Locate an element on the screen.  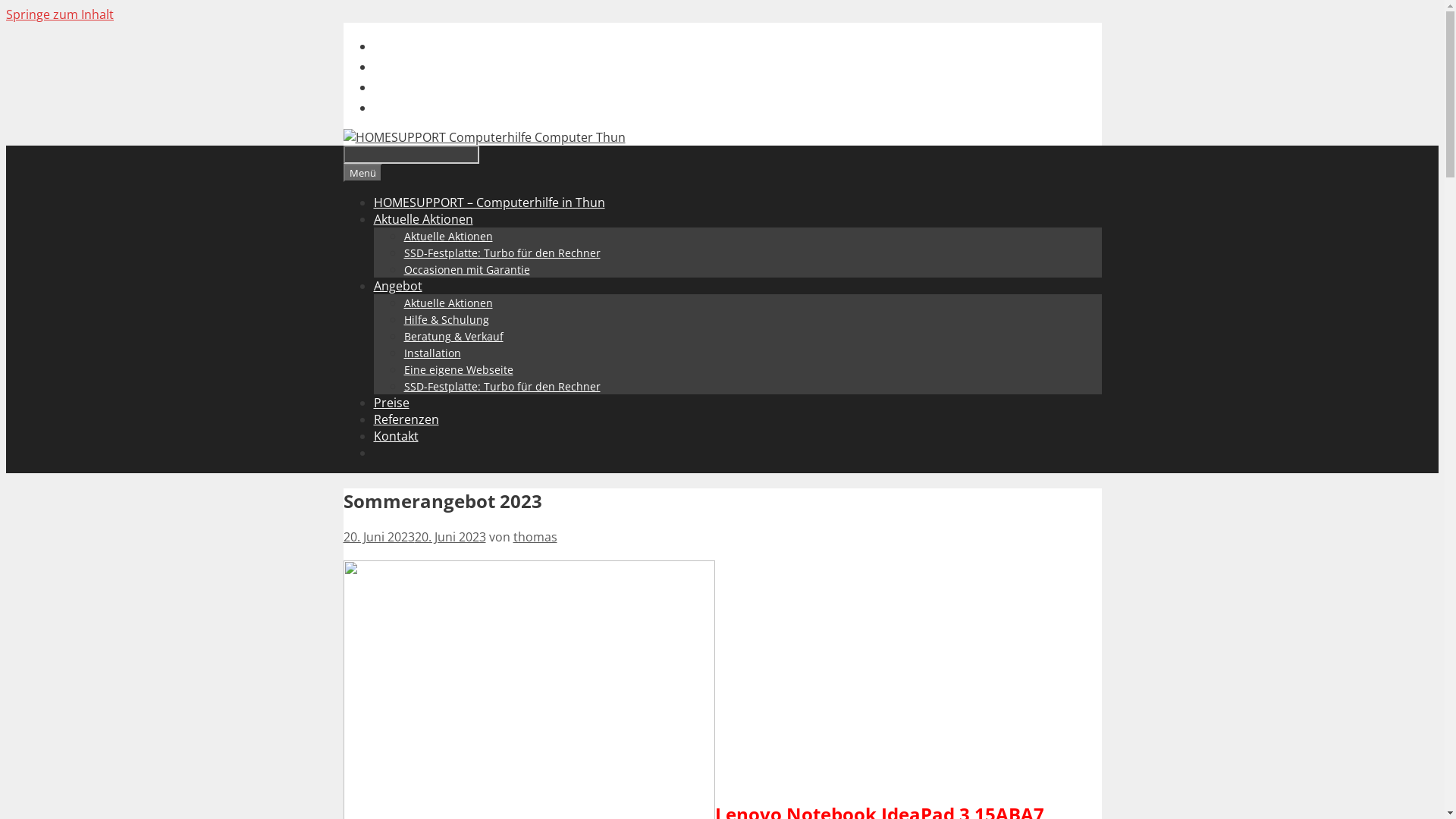
'20. Juni 202320. Juni 2023' is located at coordinates (414, 536).